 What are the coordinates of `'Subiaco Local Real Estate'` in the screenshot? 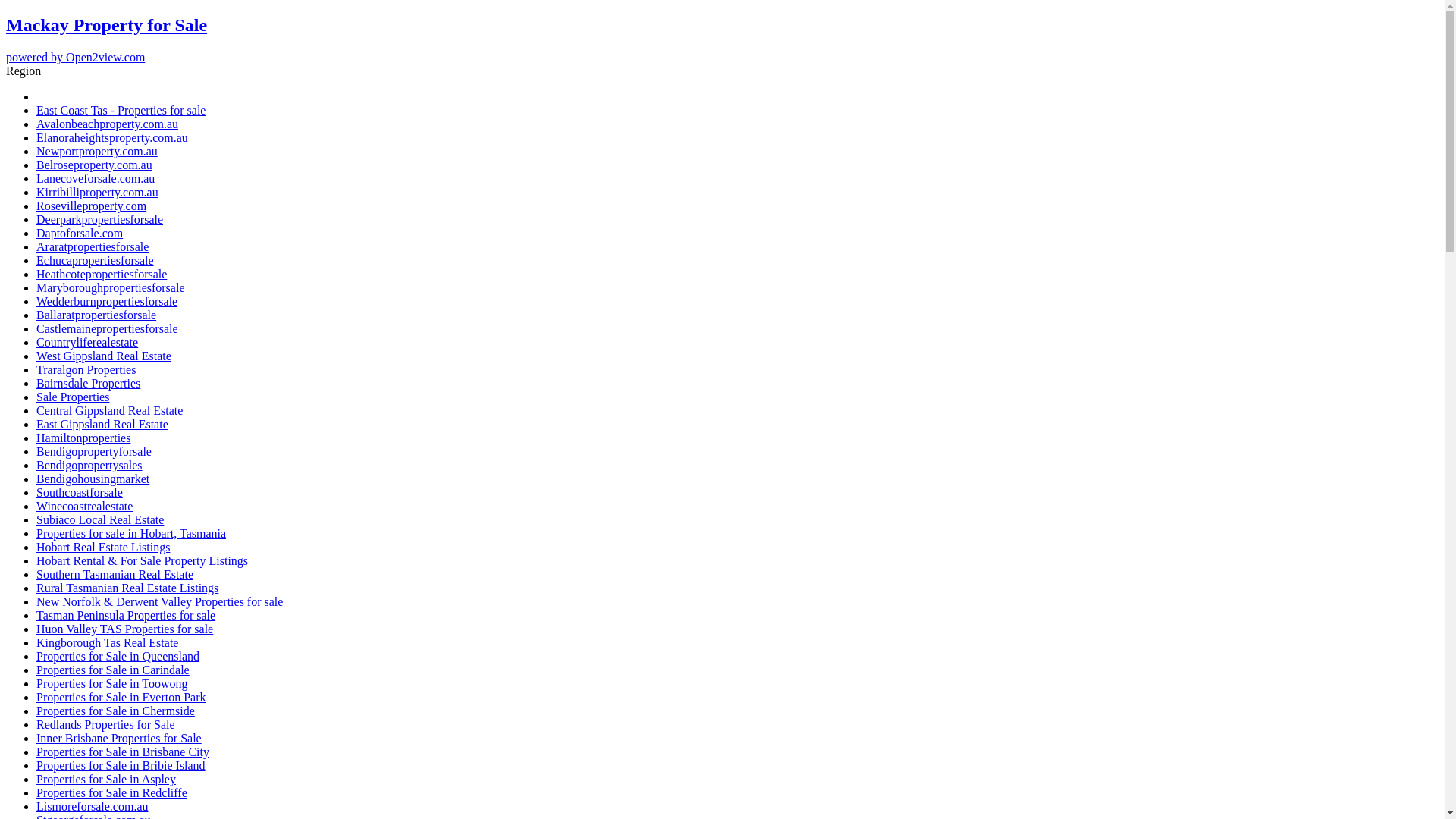 It's located at (99, 519).